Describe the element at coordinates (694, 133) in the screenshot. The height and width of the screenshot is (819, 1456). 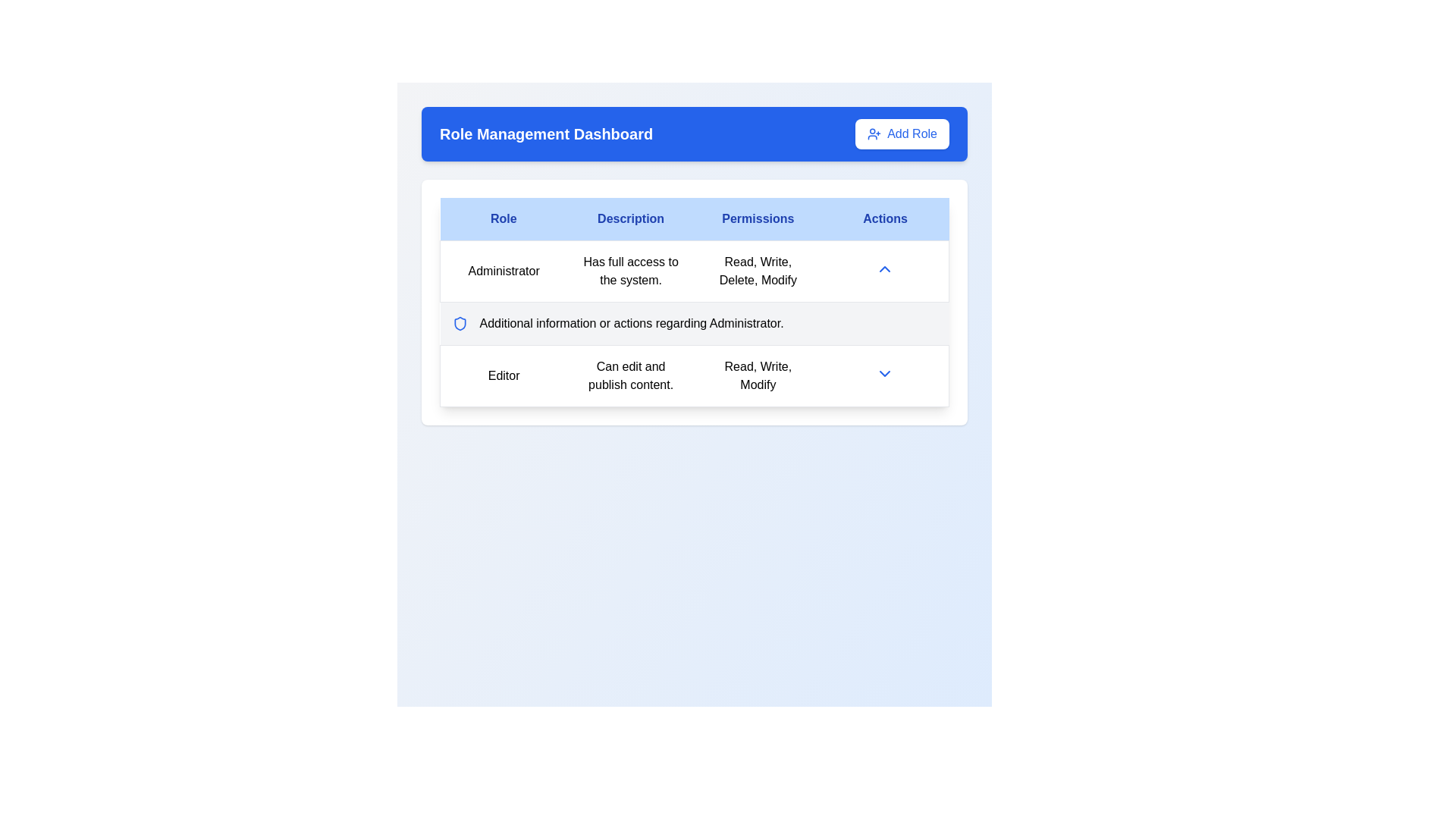
I see `the header section of the page titled 'Role Management Dashboard' for accessibility navigation` at that location.